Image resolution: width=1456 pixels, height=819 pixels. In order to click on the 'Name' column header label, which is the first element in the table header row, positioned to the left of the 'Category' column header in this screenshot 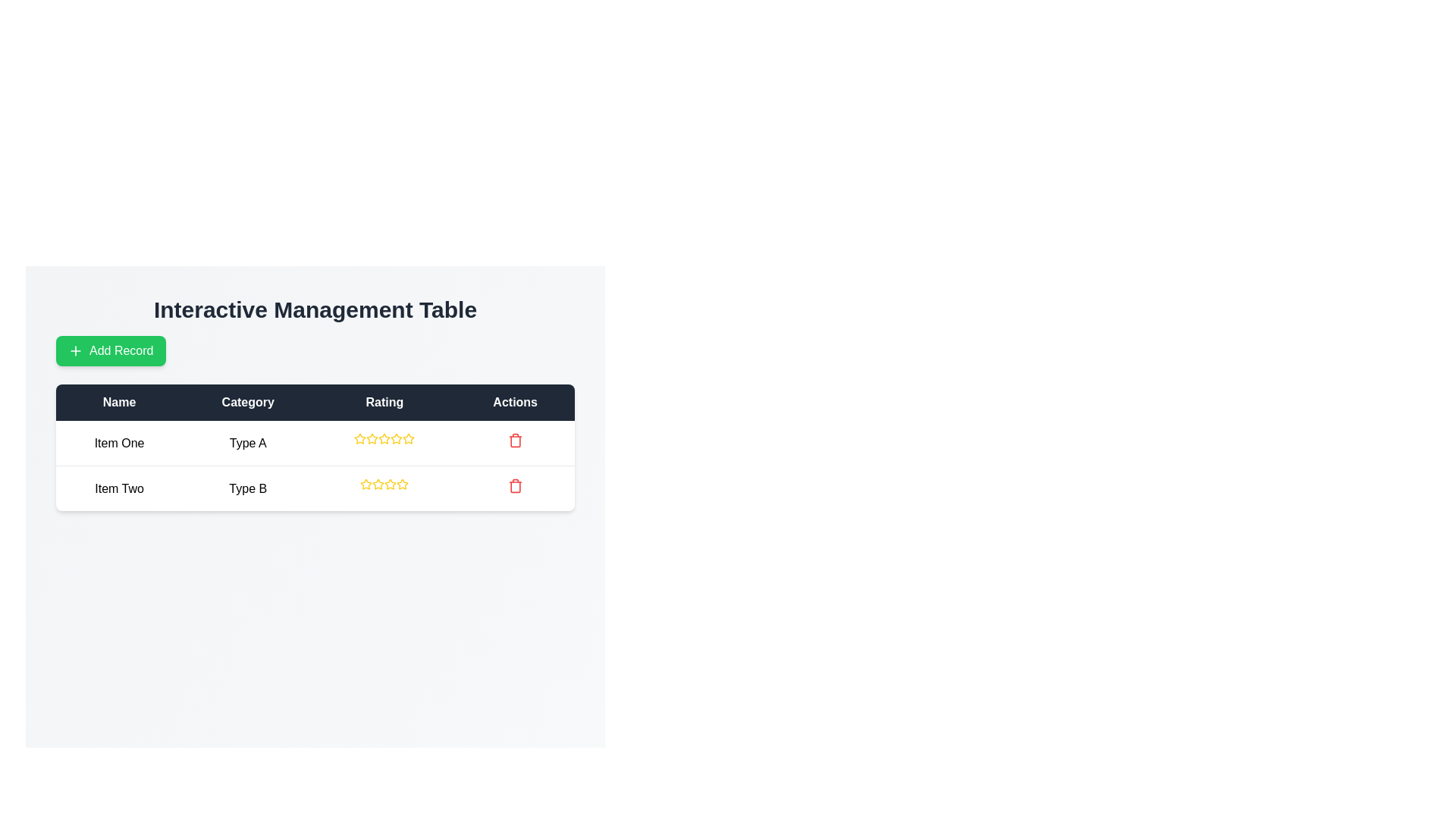, I will do `click(118, 402)`.